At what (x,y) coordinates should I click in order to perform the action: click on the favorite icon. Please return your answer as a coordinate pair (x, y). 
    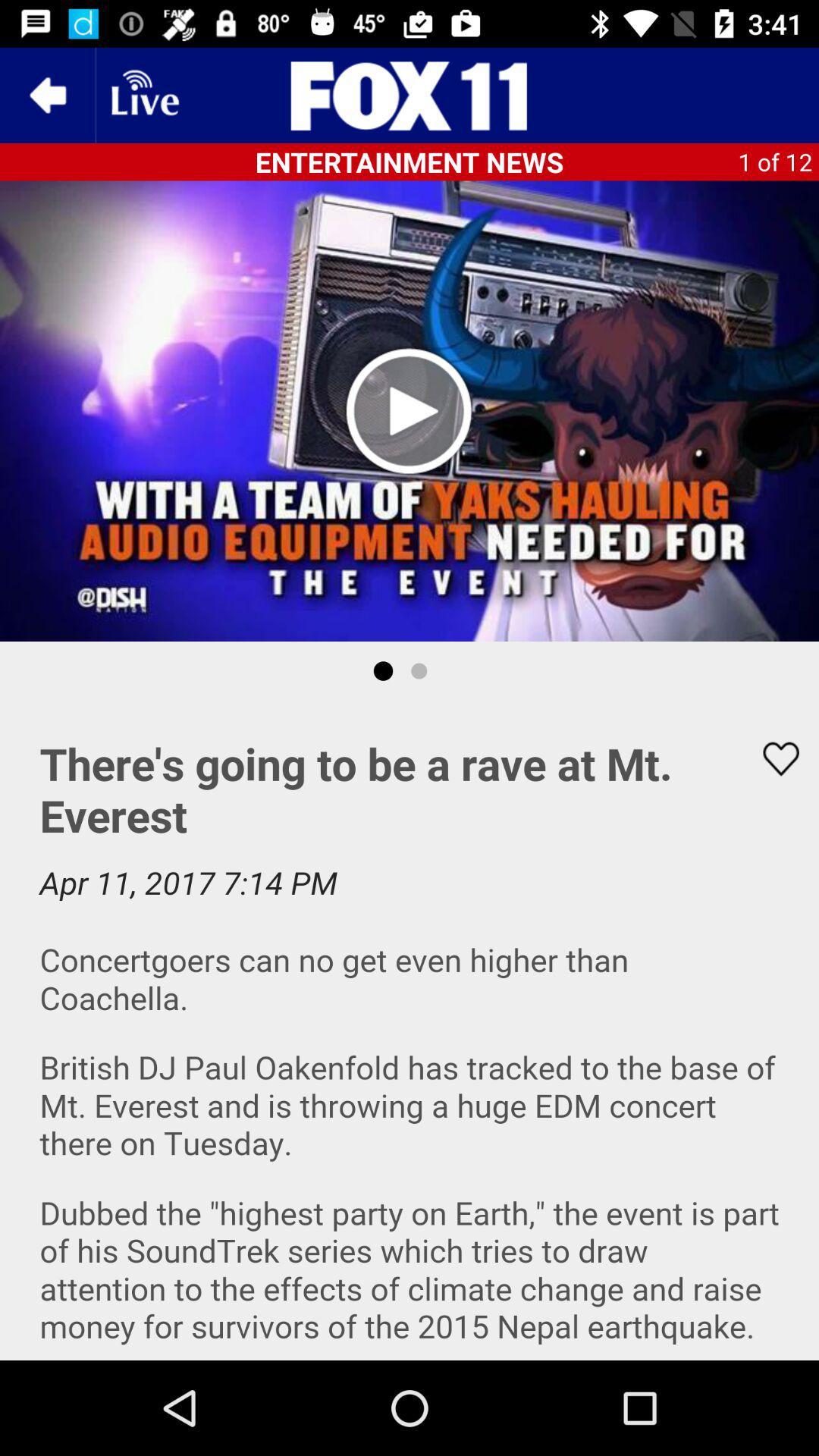
    Looking at the image, I should click on (771, 758).